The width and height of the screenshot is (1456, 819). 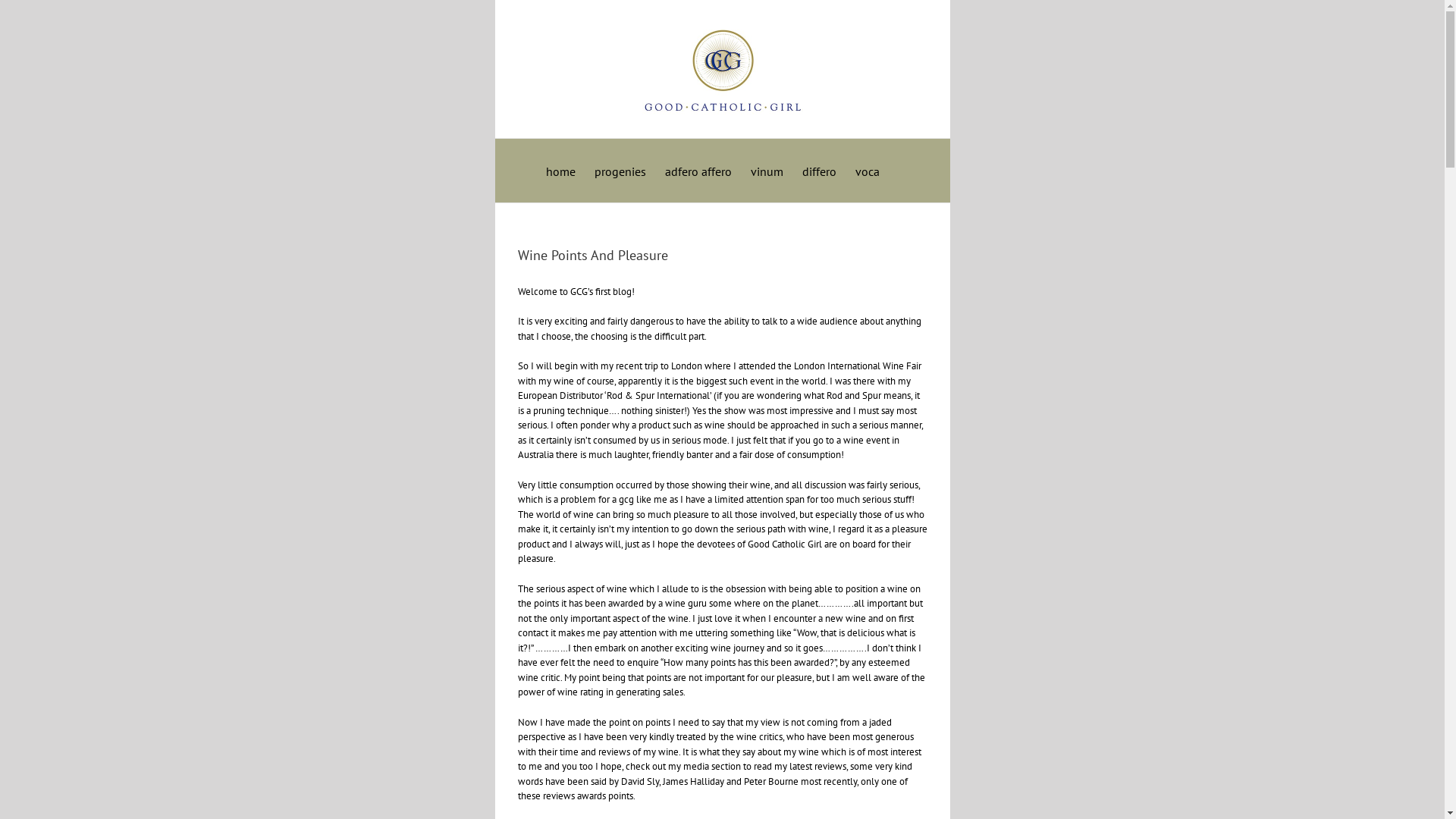 What do you see at coordinates (560, 169) in the screenshot?
I see `'home'` at bounding box center [560, 169].